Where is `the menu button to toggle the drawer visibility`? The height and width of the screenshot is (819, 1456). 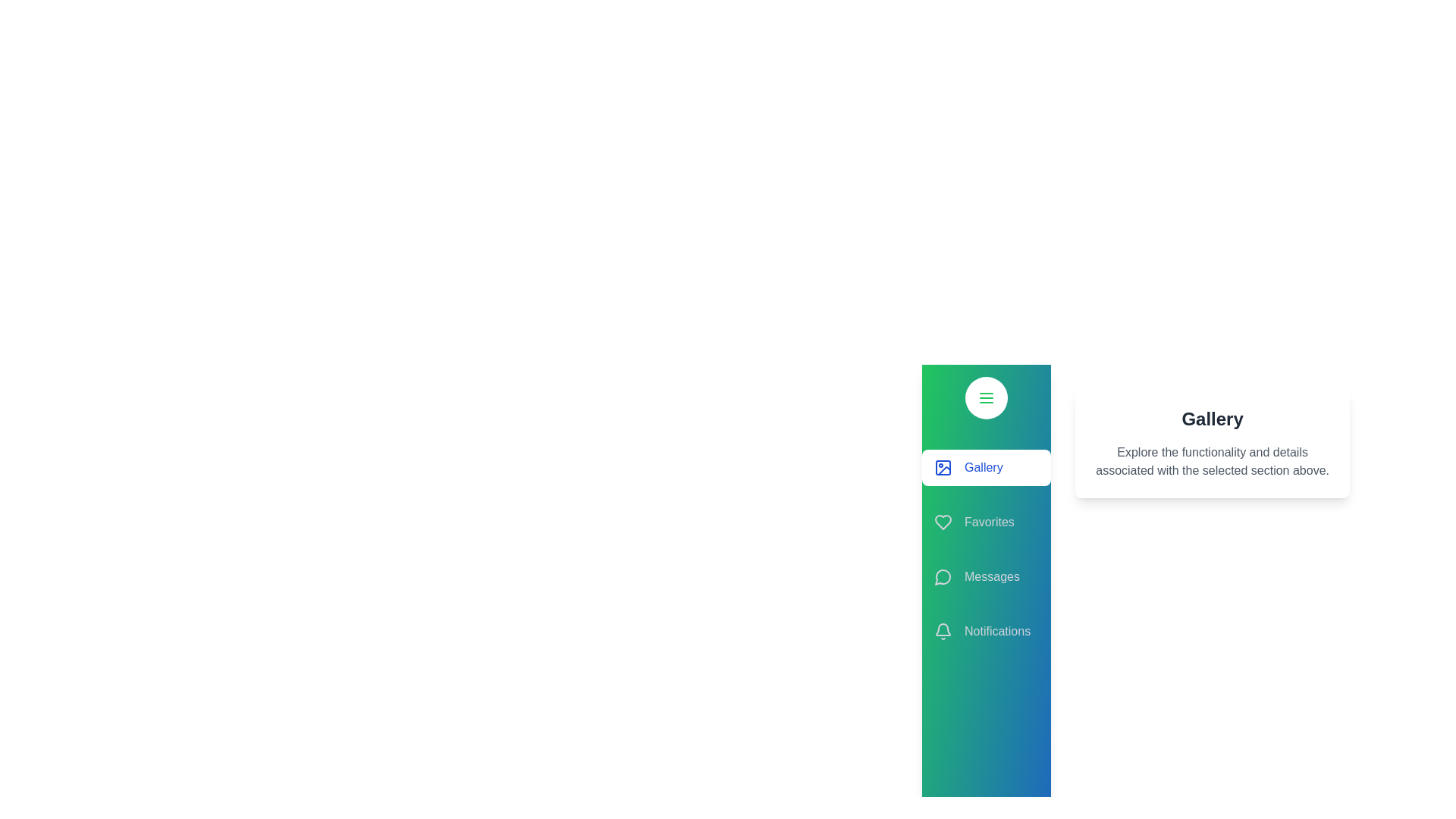
the menu button to toggle the drawer visibility is located at coordinates (987, 397).